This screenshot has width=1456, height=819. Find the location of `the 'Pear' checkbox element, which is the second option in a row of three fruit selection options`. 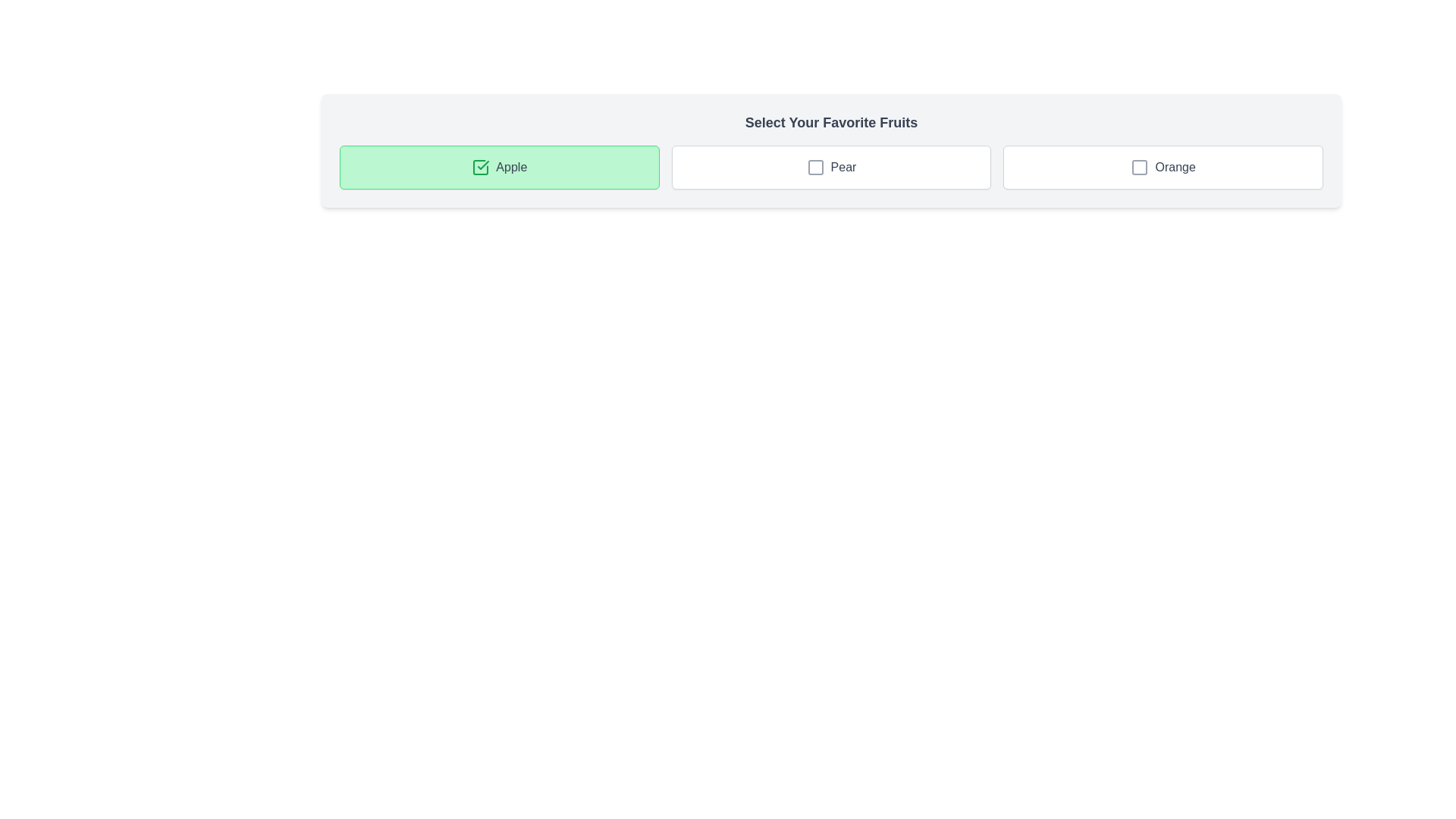

the 'Pear' checkbox element, which is the second option in a row of three fruit selection options is located at coordinates (830, 167).